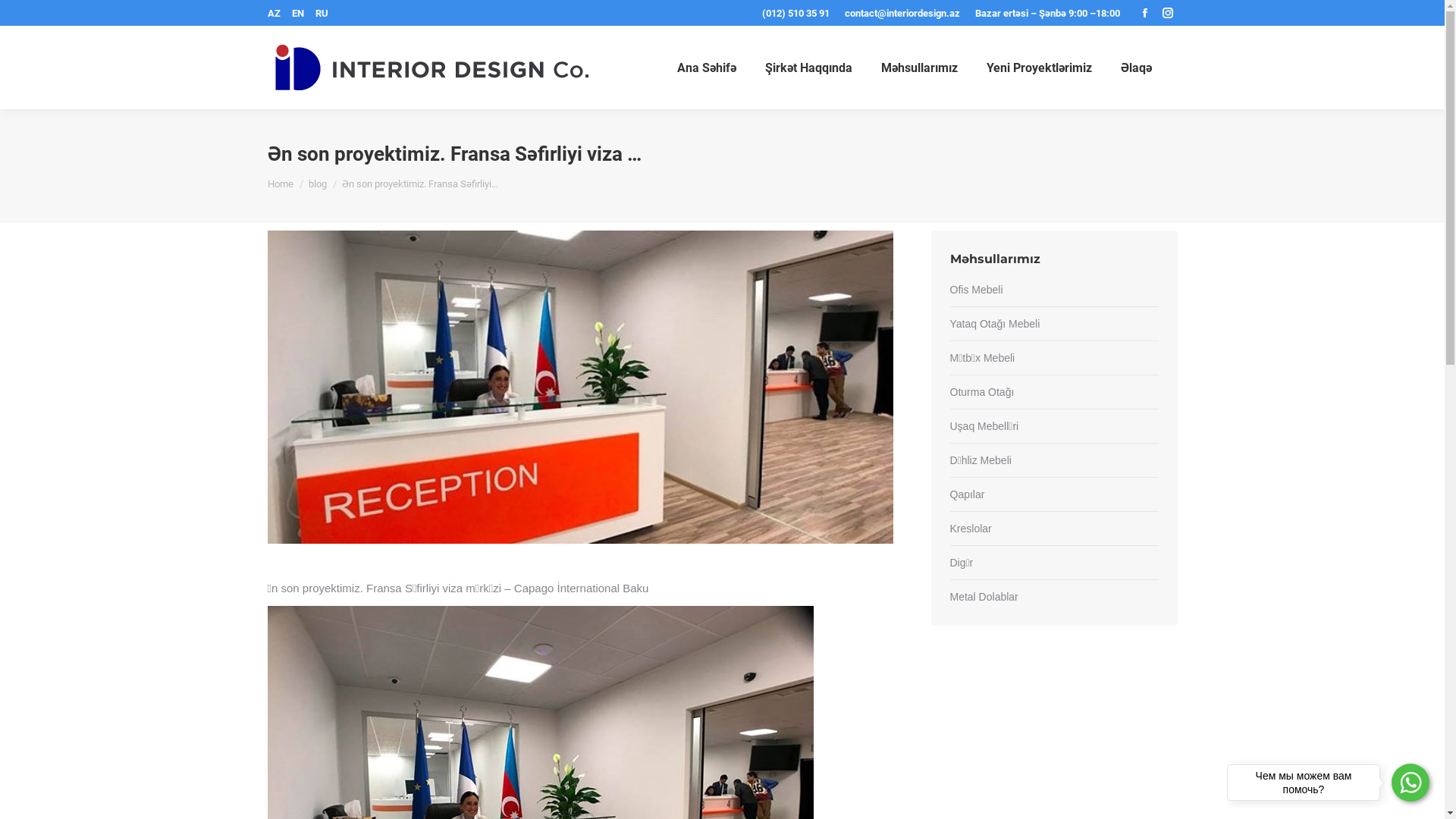 The width and height of the screenshot is (1456, 819). Describe the element at coordinates (319, 13) in the screenshot. I see `'RU'` at that location.